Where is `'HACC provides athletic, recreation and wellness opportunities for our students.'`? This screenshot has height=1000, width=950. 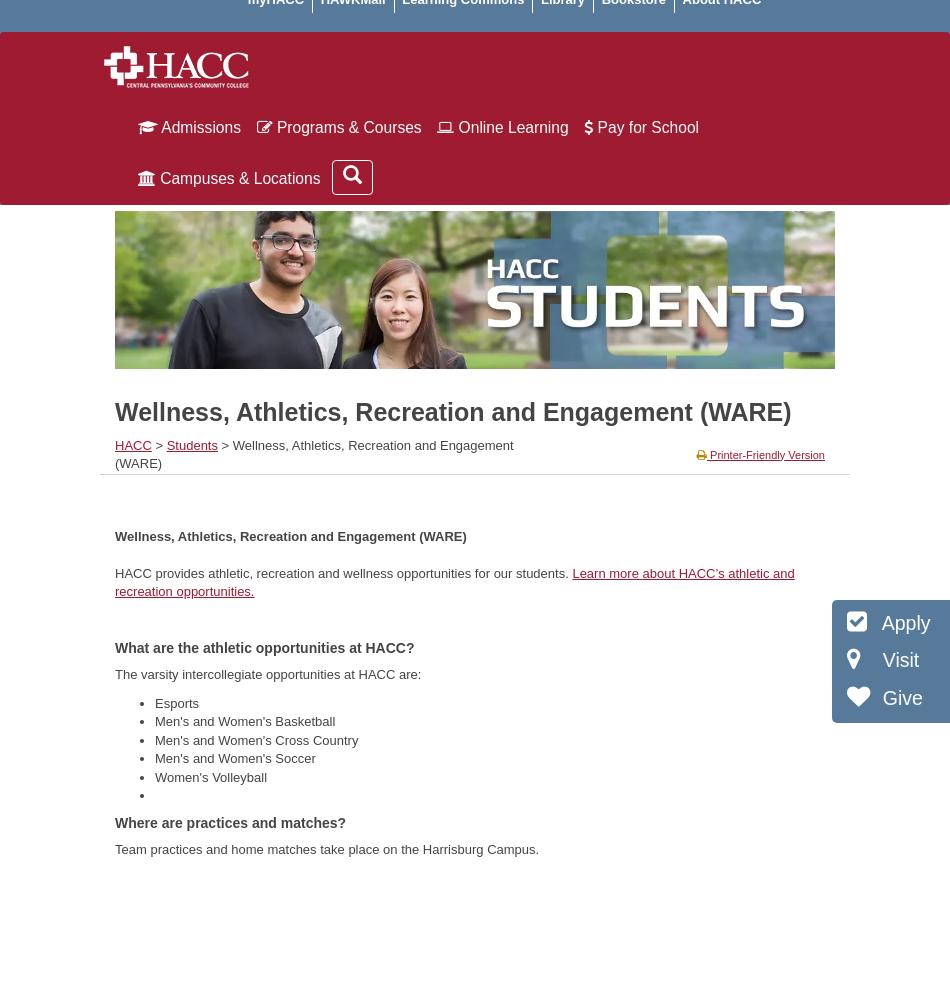
'HACC provides athletic, recreation and wellness opportunities for our students.' is located at coordinates (115, 571).